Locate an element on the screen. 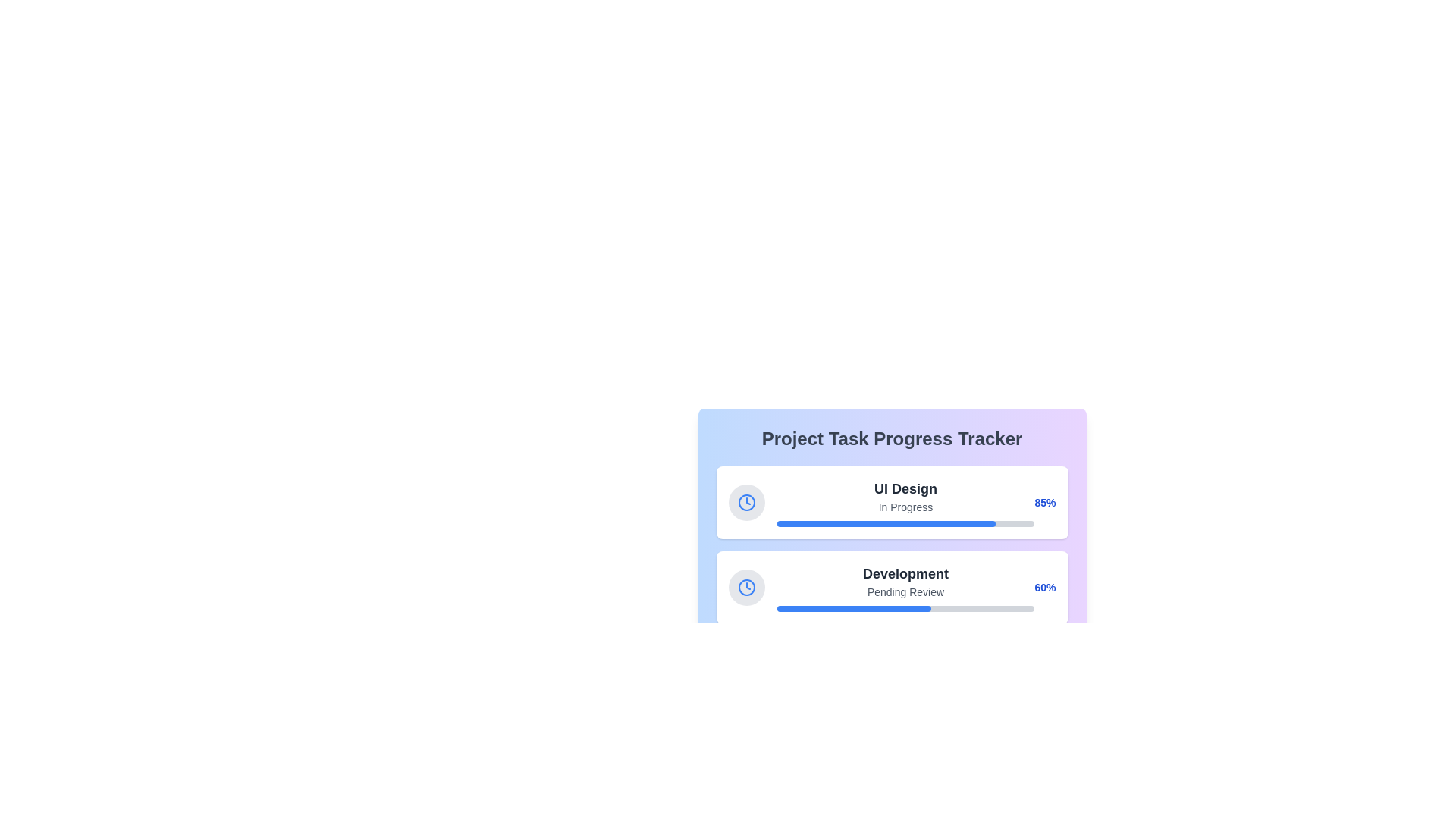 The height and width of the screenshot is (819, 1456). the text label stating 'Development', which is styled in bold and larger text, located in the second card of the progress tracking items, above the 'Pending Review' status is located at coordinates (905, 573).